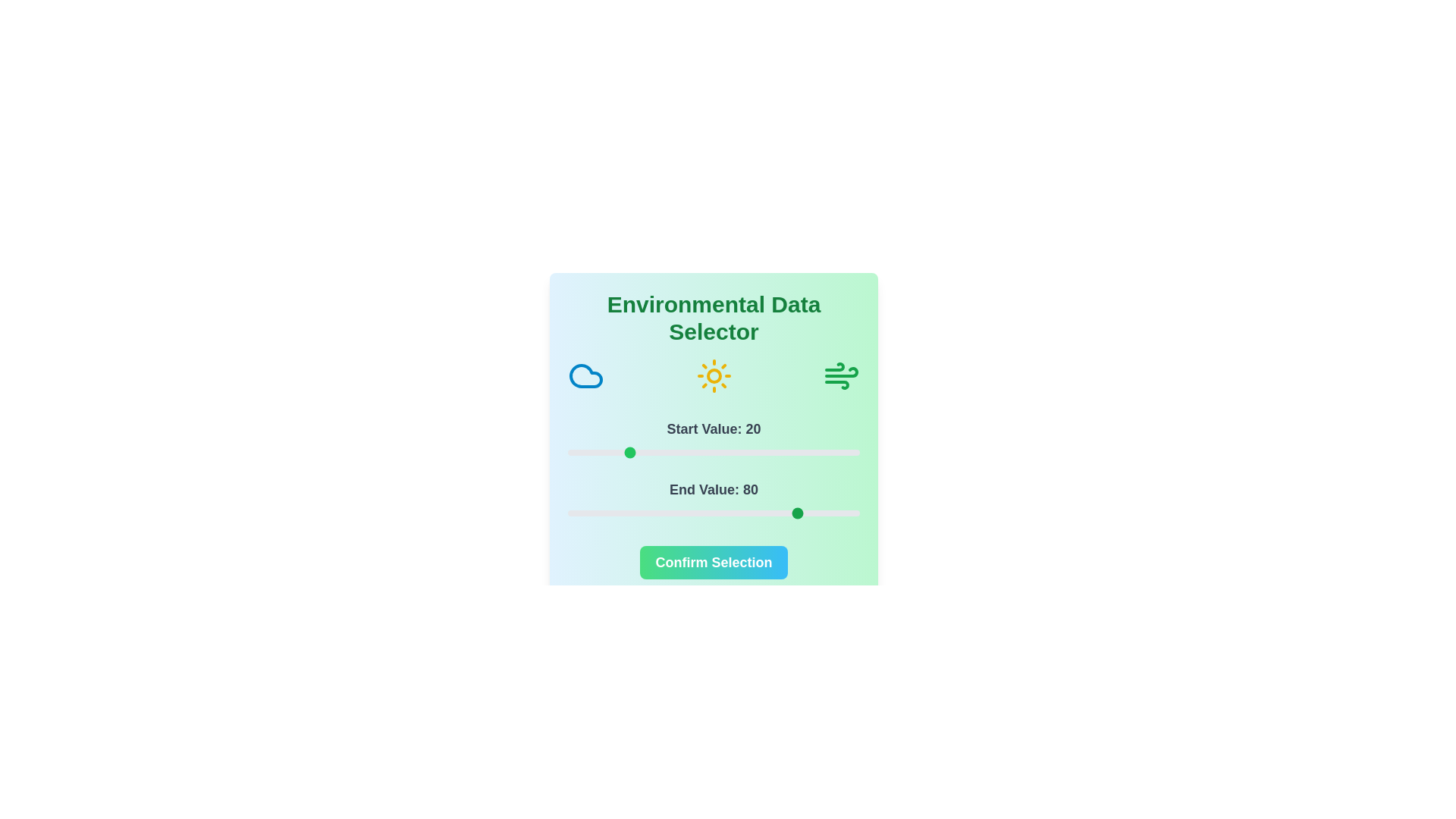 The image size is (1456, 819). Describe the element at coordinates (748, 452) in the screenshot. I see `the slider` at that location.